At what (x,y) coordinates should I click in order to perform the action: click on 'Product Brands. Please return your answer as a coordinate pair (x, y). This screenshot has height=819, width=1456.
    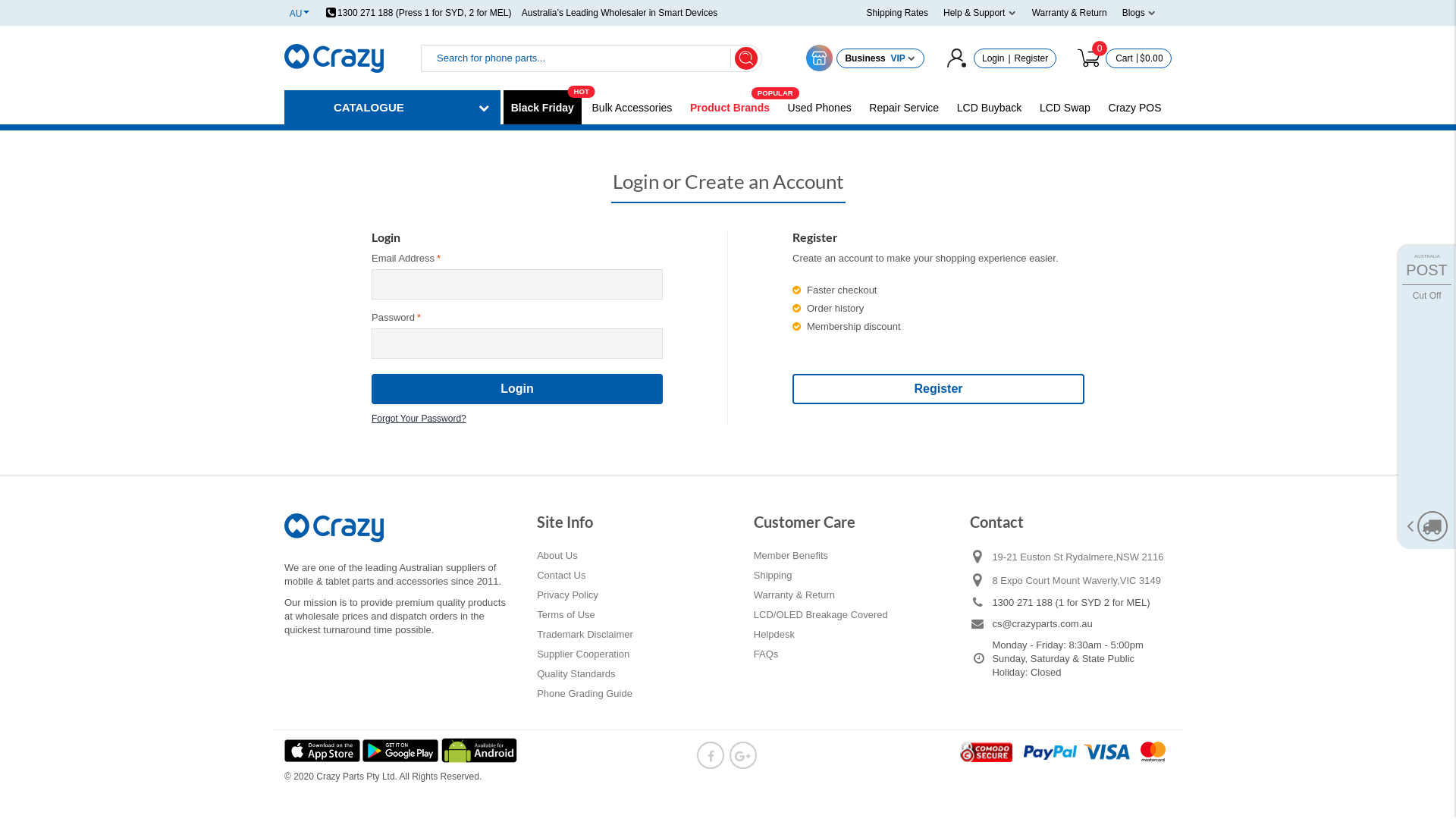
    Looking at the image, I should click on (730, 107).